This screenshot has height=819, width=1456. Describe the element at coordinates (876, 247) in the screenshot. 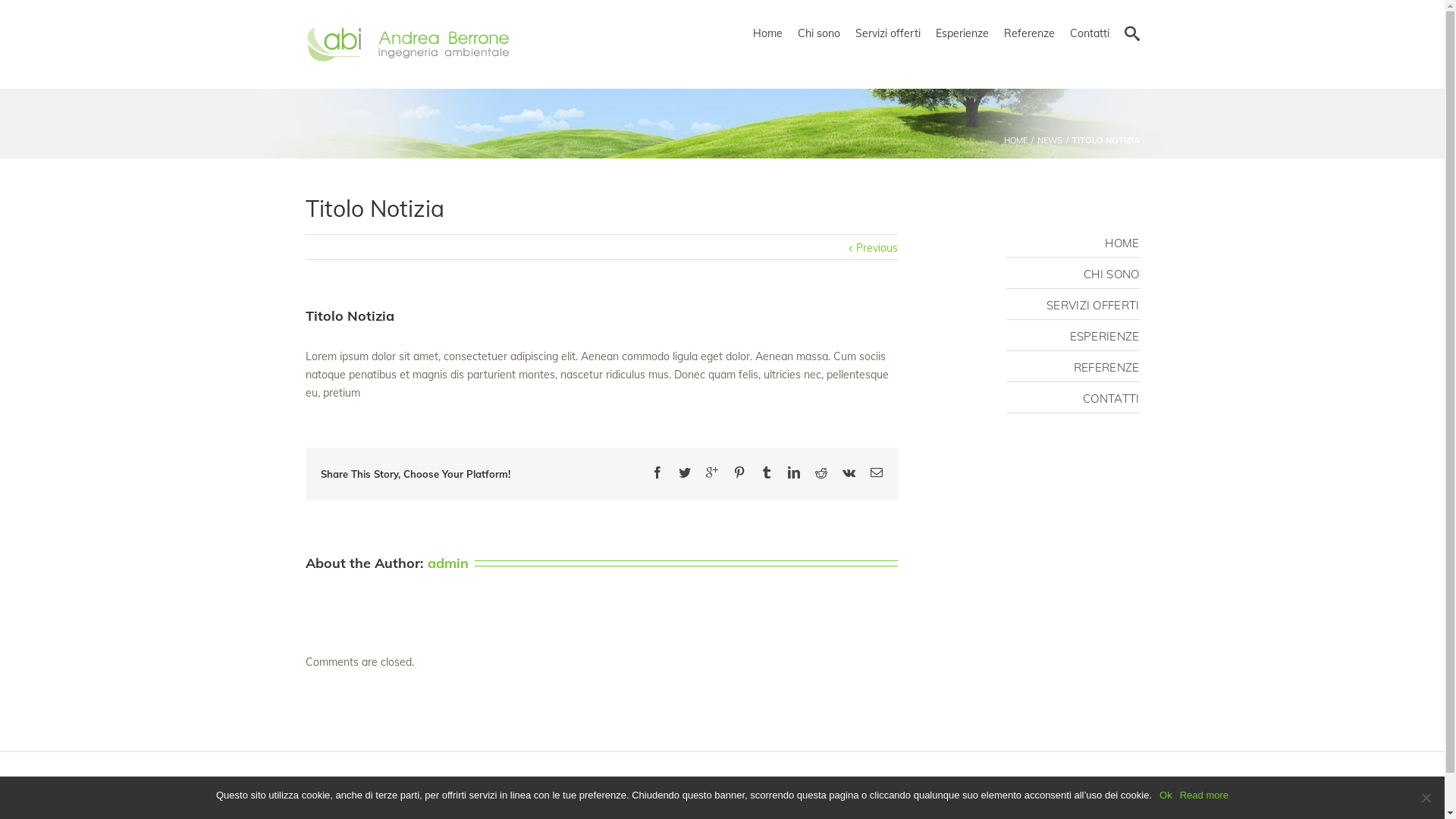

I see `'Previous'` at that location.